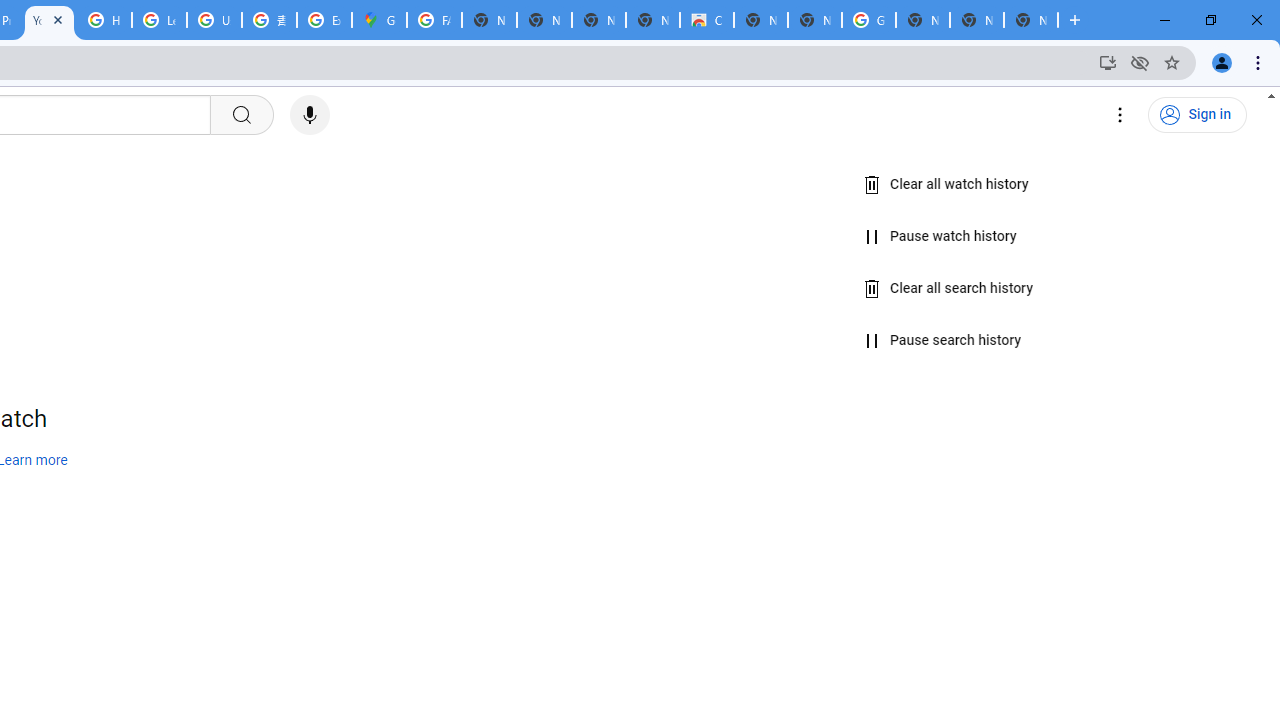 This screenshot has height=720, width=1280. What do you see at coordinates (948, 288) in the screenshot?
I see `'Clear all search history'` at bounding box center [948, 288].